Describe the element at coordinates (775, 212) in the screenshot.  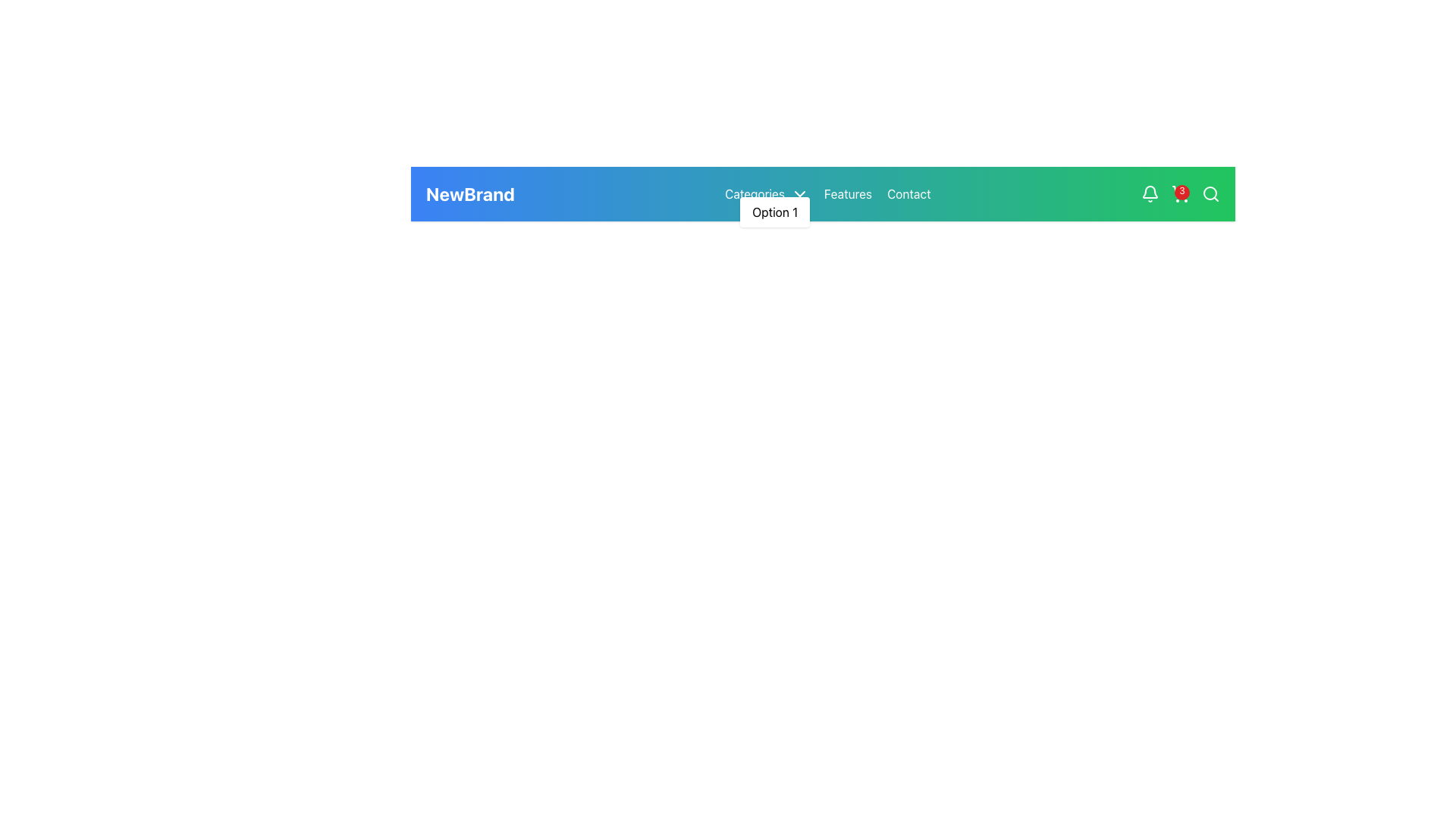
I see `the 'Option 1' dropdown menu item, which is styled with black text on a white background and is located directly below the 'Categories' label in the dropdown menu` at that location.